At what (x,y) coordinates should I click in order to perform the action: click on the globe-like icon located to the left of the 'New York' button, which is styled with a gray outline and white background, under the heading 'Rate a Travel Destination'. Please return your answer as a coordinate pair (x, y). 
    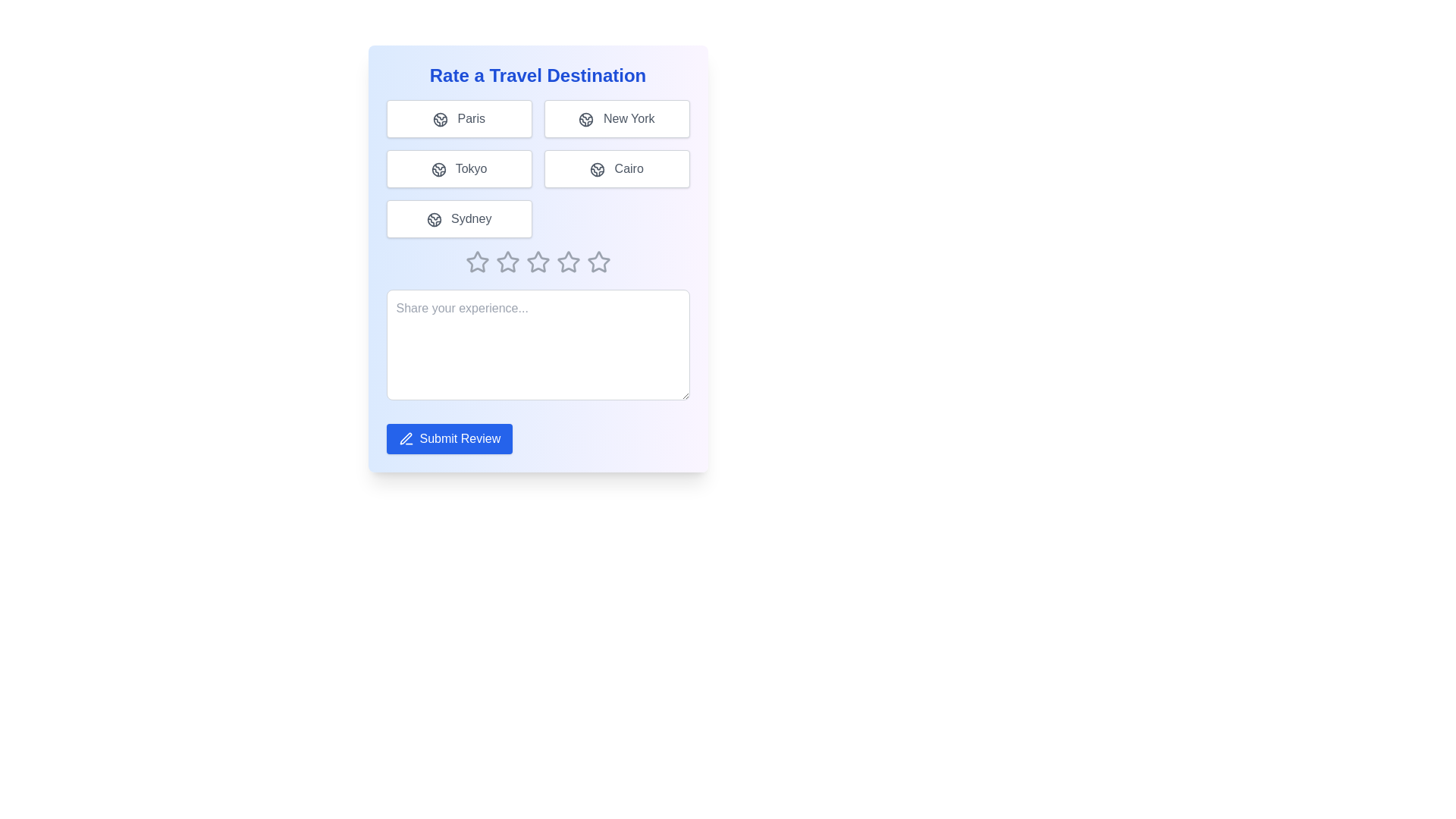
    Looking at the image, I should click on (585, 118).